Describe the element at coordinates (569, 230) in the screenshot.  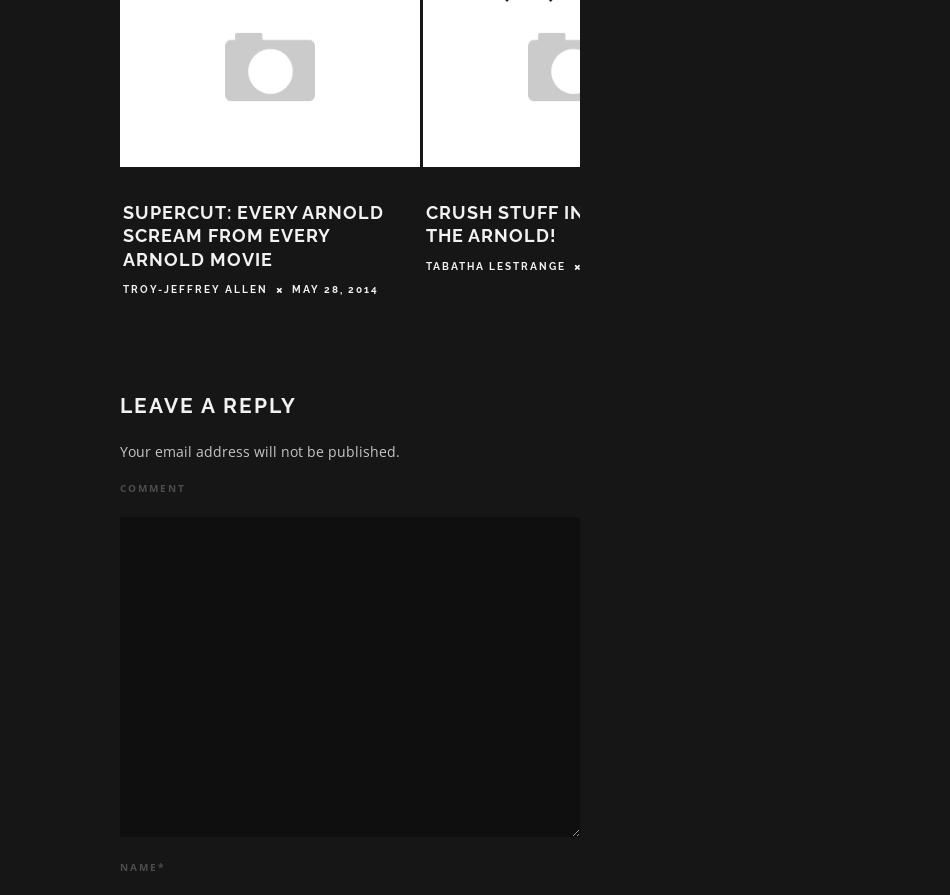
I see `'CRUSH STUFF IN A TANK WITH THE ARNOLD!'` at that location.